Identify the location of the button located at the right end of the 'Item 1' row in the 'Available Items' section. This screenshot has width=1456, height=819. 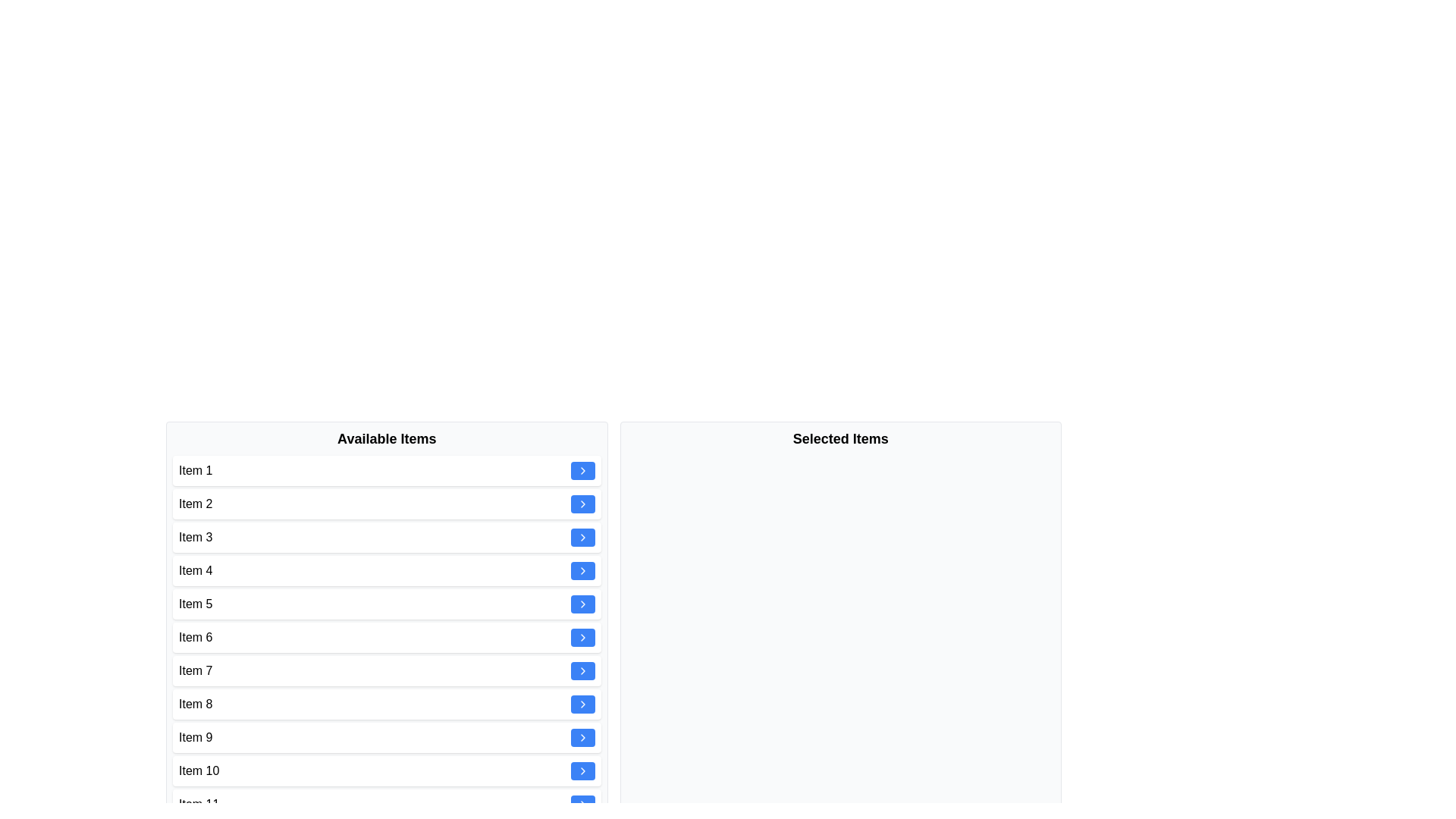
(582, 470).